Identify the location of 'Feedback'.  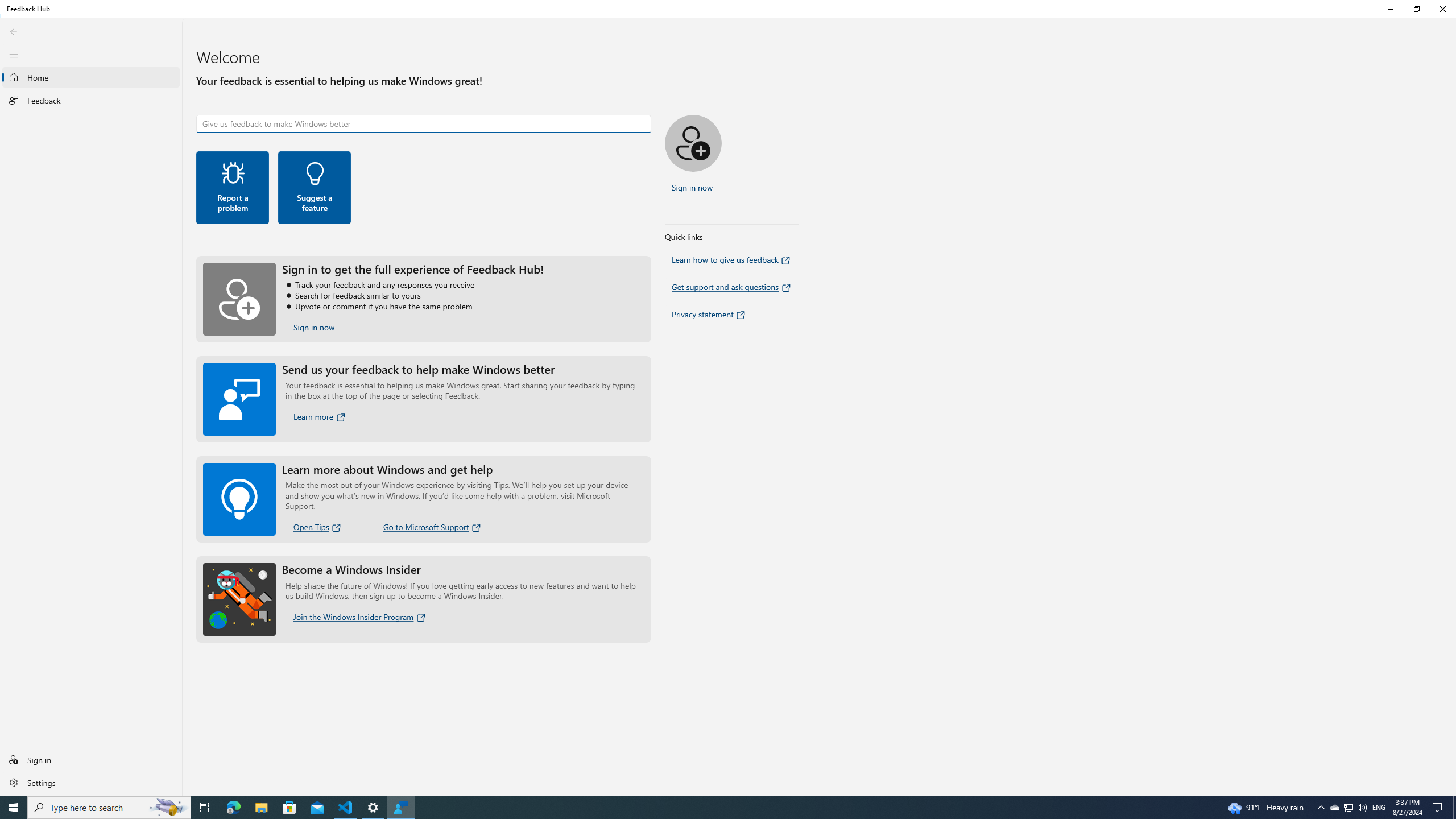
(90, 100).